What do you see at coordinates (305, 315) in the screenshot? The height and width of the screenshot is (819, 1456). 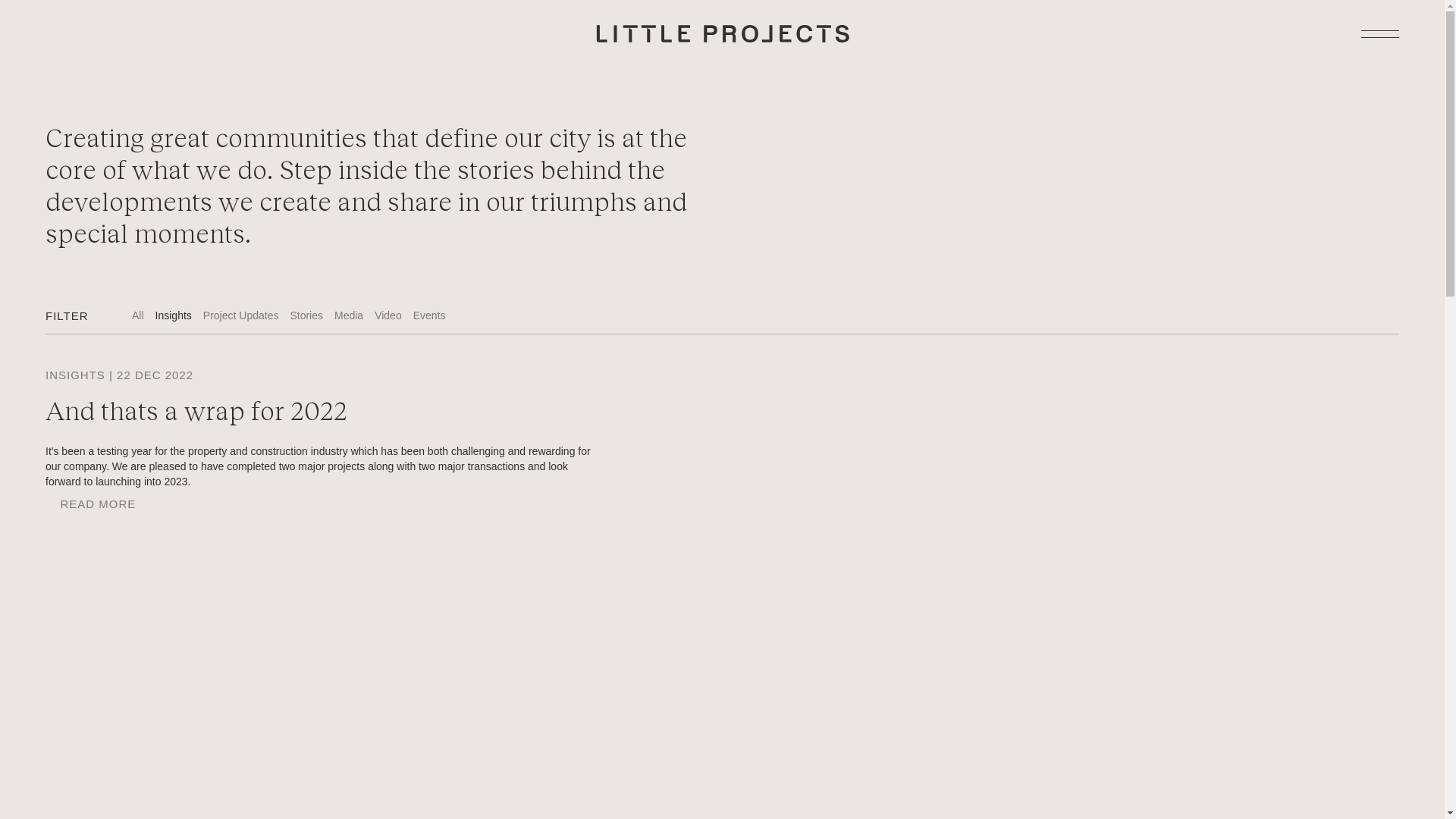 I see `'Stories'` at bounding box center [305, 315].